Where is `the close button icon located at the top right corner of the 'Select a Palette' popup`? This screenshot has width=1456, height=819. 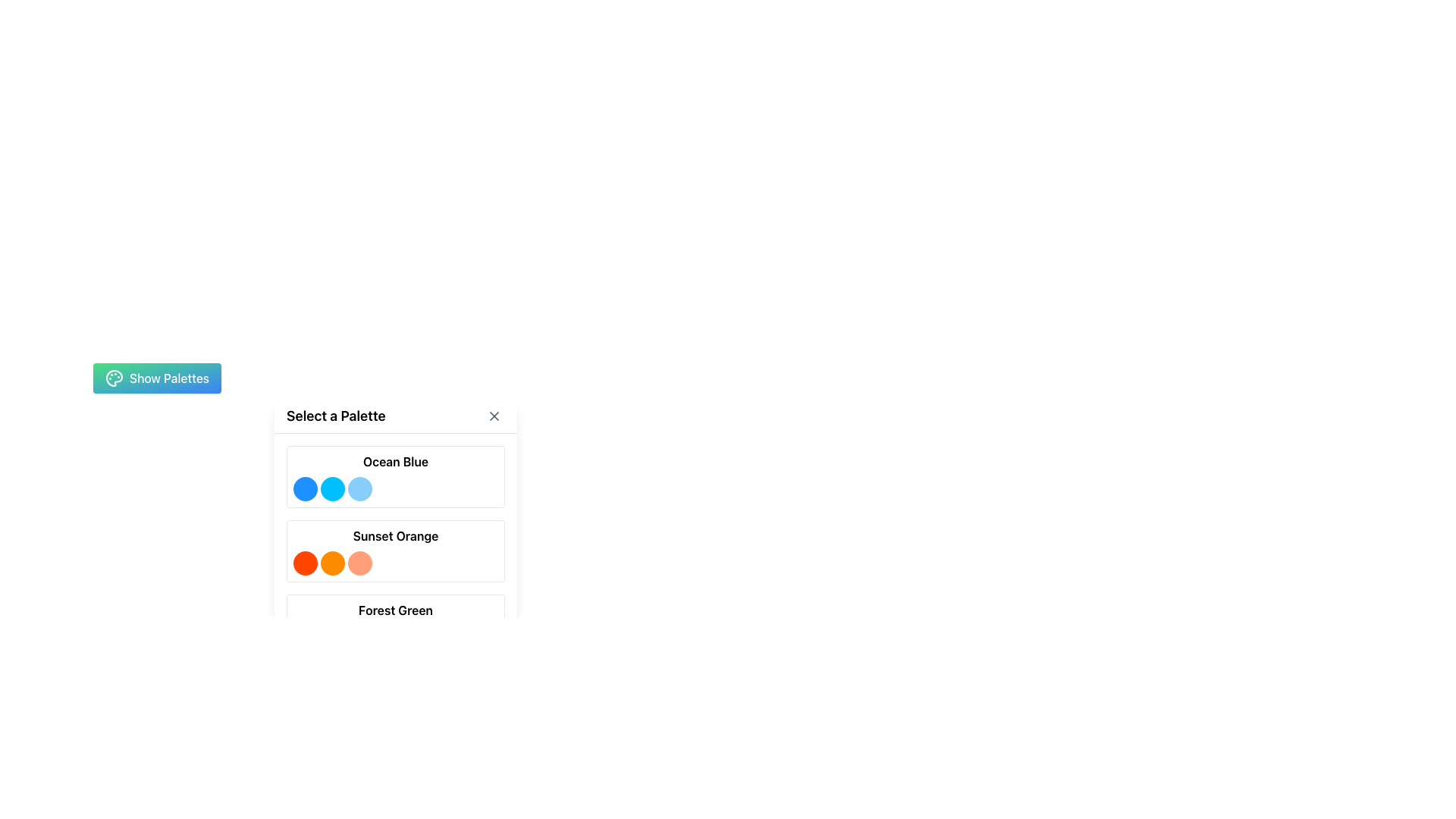 the close button icon located at the top right corner of the 'Select a Palette' popup is located at coordinates (494, 416).